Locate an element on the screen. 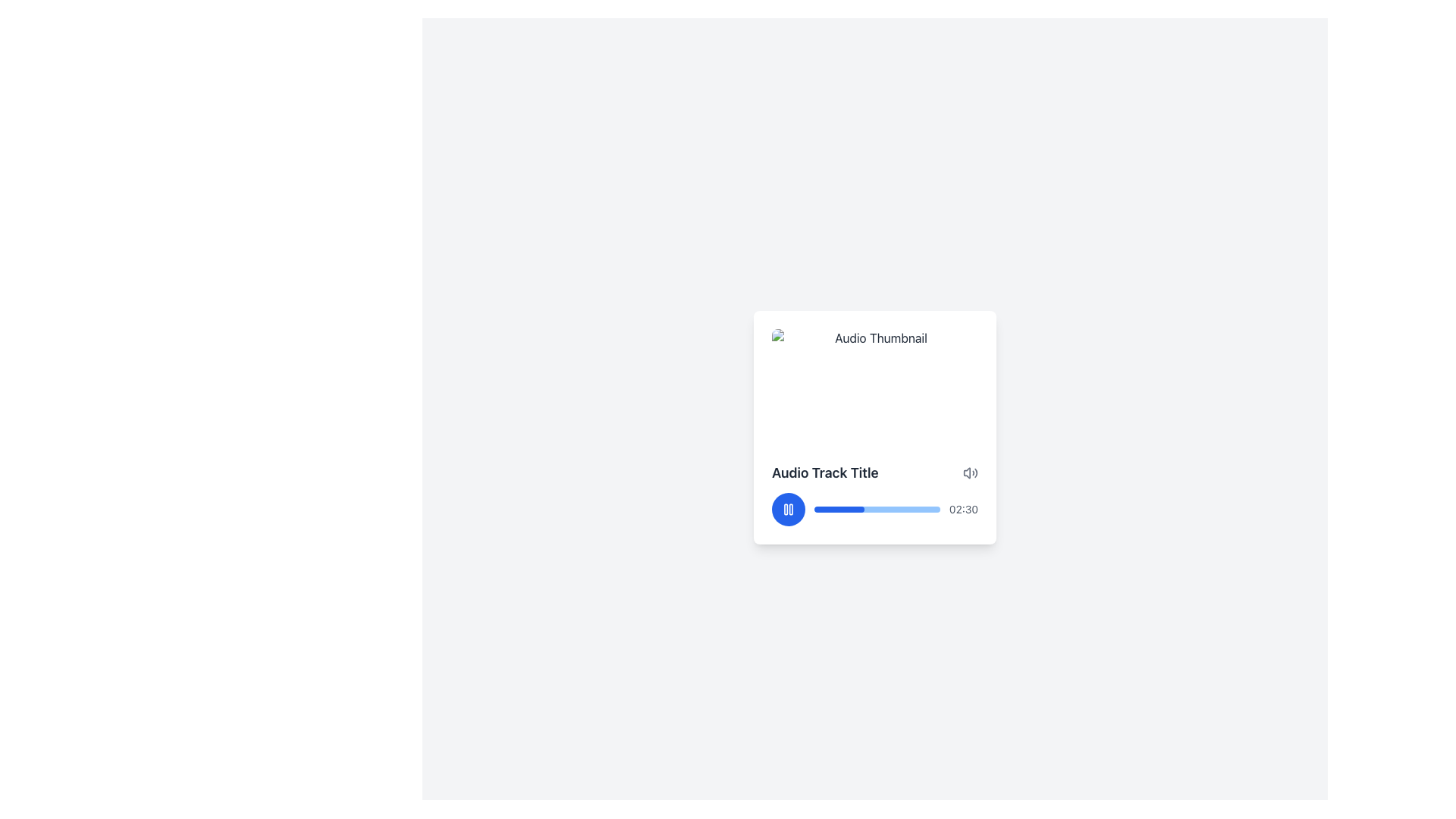 This screenshot has width=1456, height=819. audio track progress is located at coordinates (843, 509).